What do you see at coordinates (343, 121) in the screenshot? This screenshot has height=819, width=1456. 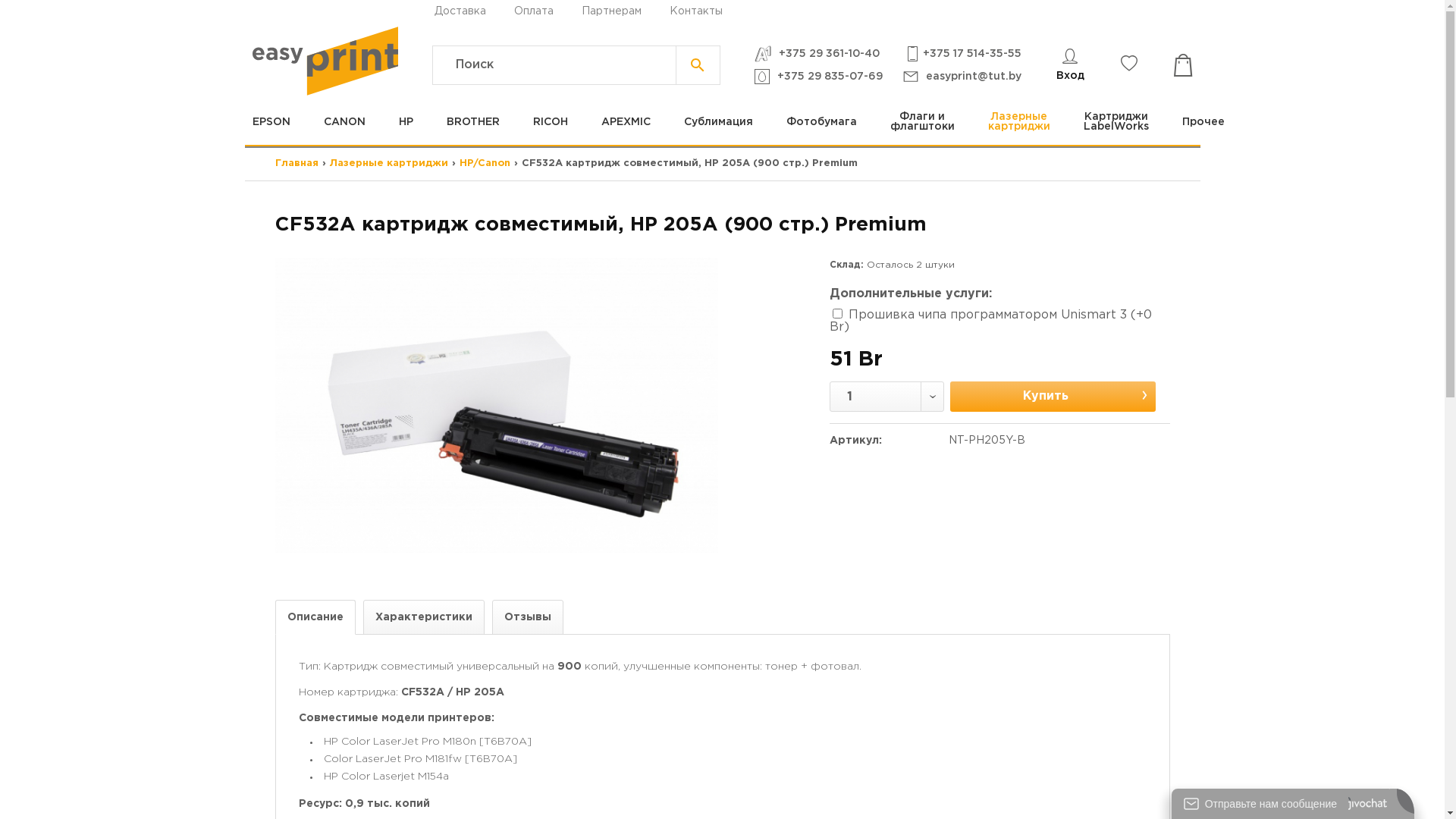 I see `'CANON'` at bounding box center [343, 121].